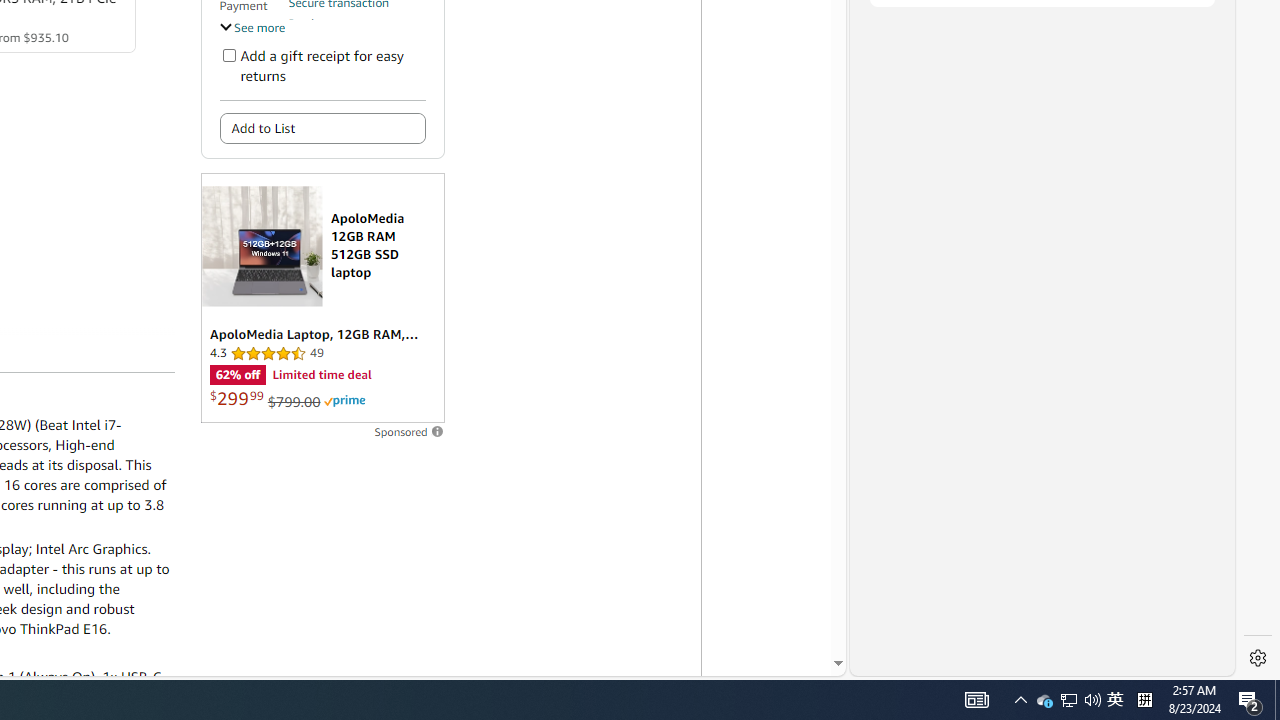 This screenshot has height=720, width=1280. What do you see at coordinates (322, 298) in the screenshot?
I see `'Sponsored ad'` at bounding box center [322, 298].